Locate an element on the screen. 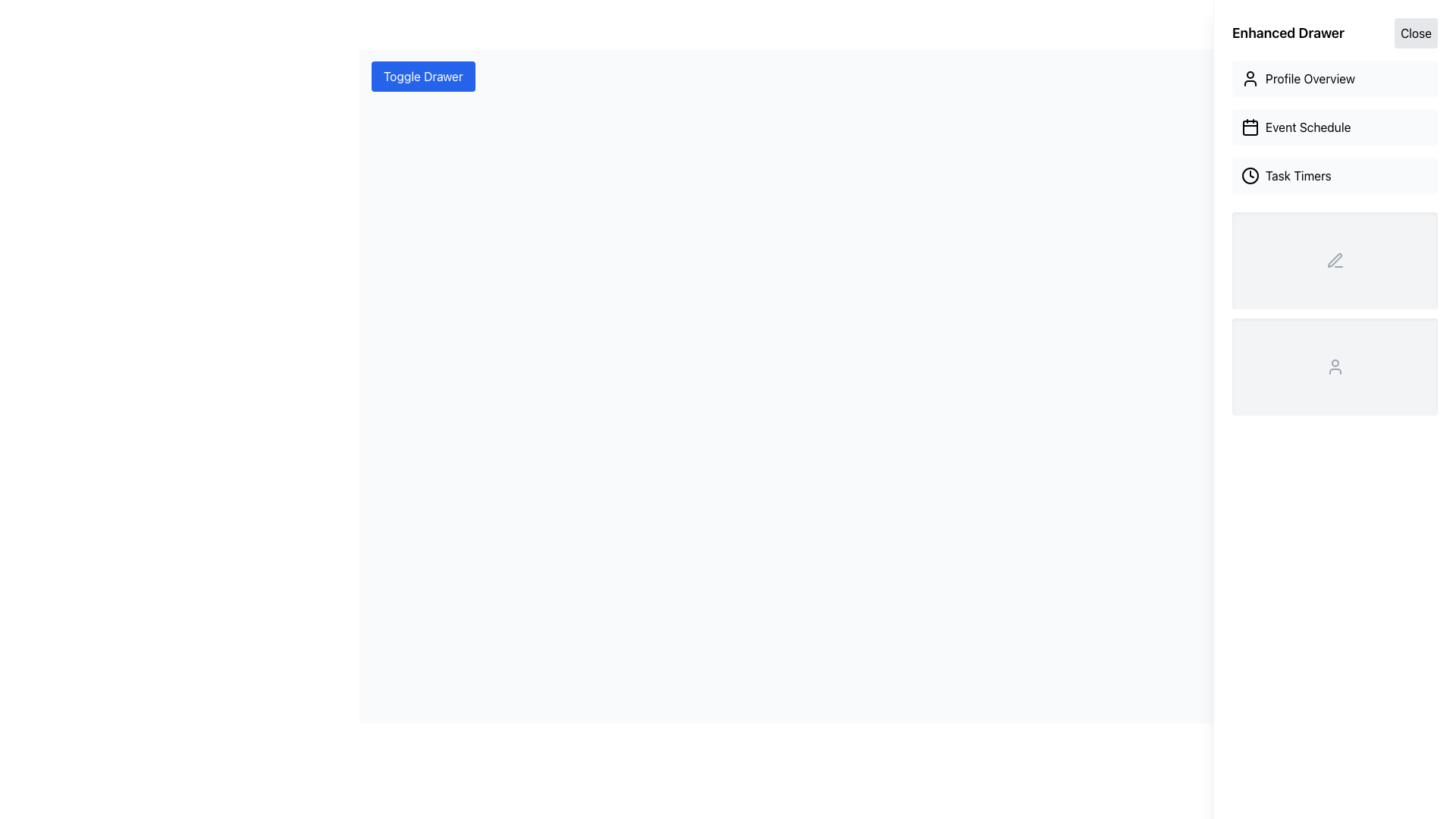  the 'Profile Overview' icon located in the right-side panel labeled 'Enhanced Drawer' is located at coordinates (1250, 79).